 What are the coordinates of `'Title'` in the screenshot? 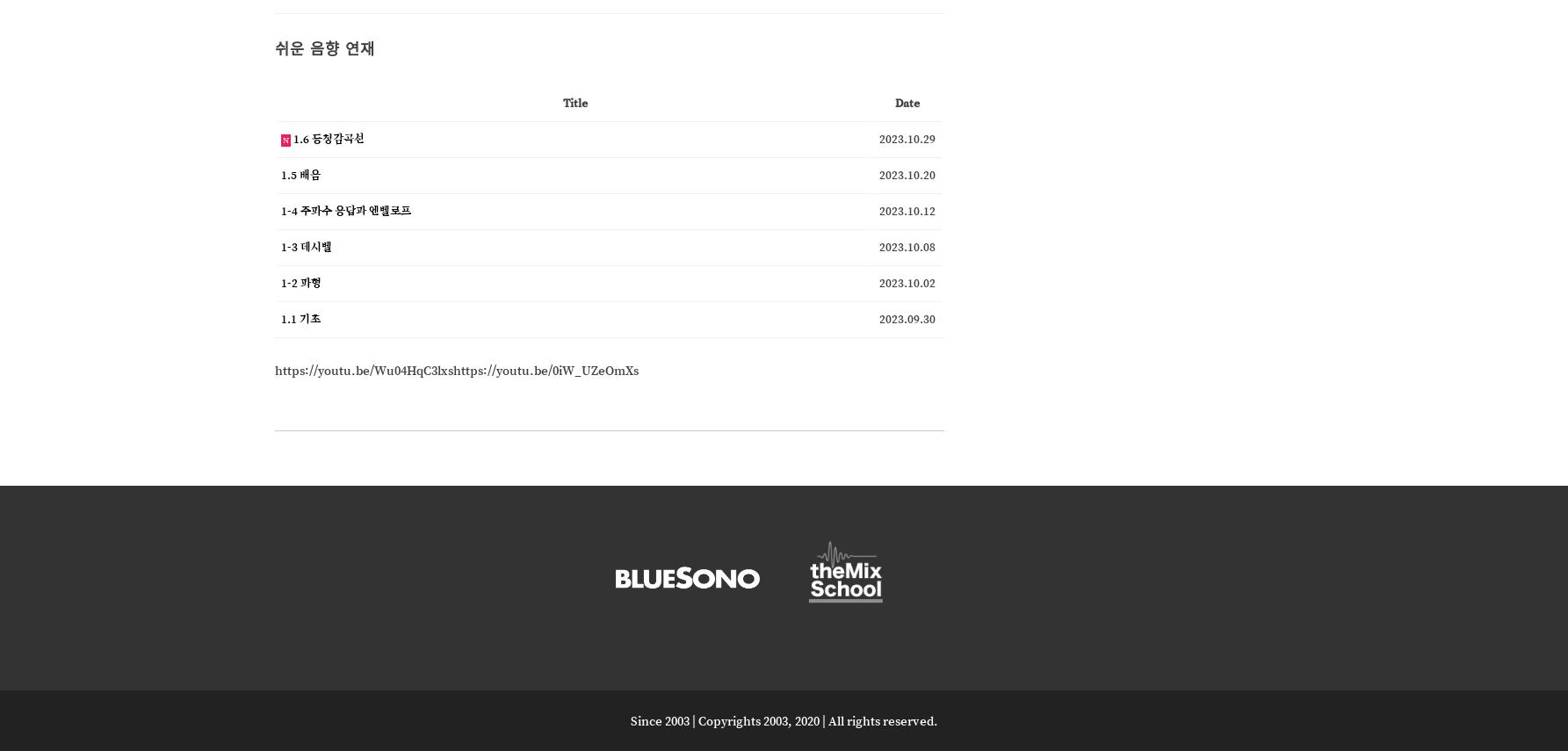 It's located at (561, 101).